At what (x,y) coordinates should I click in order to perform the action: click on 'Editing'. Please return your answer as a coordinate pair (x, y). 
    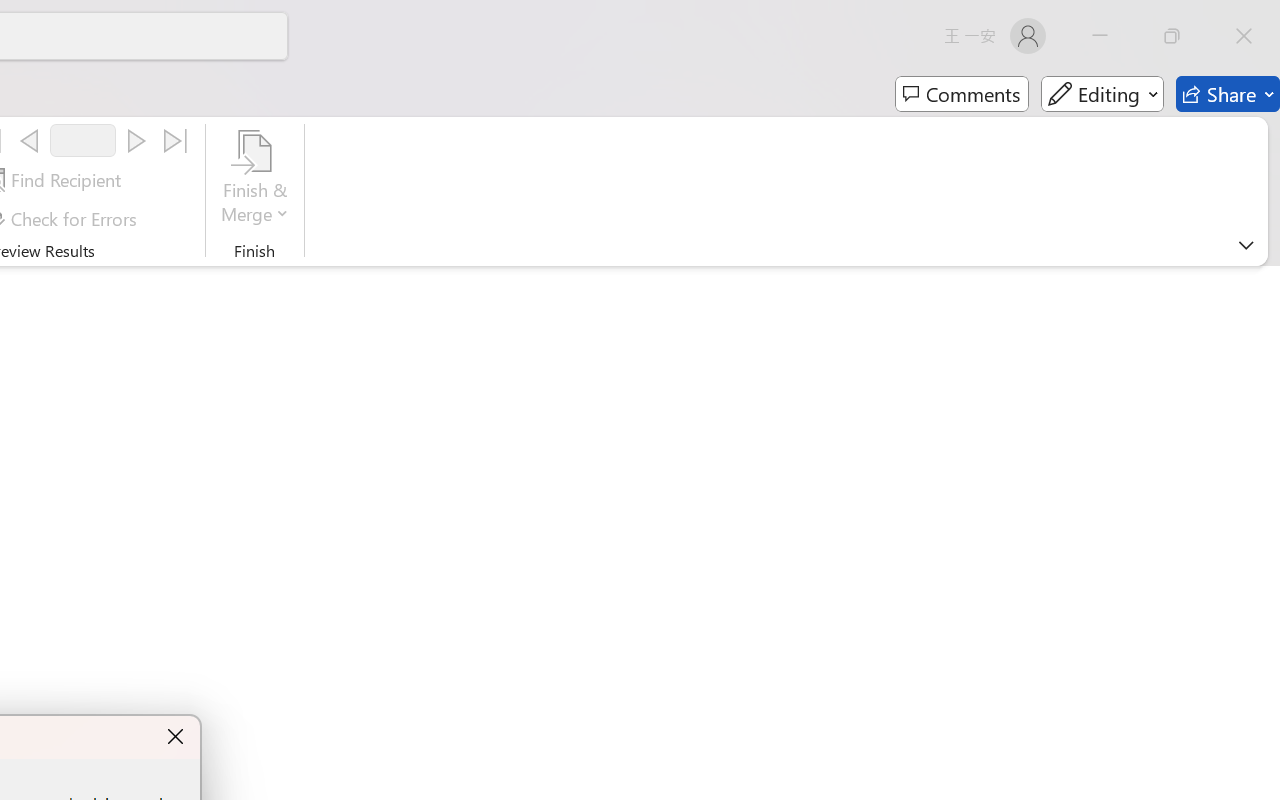
    Looking at the image, I should click on (1101, 94).